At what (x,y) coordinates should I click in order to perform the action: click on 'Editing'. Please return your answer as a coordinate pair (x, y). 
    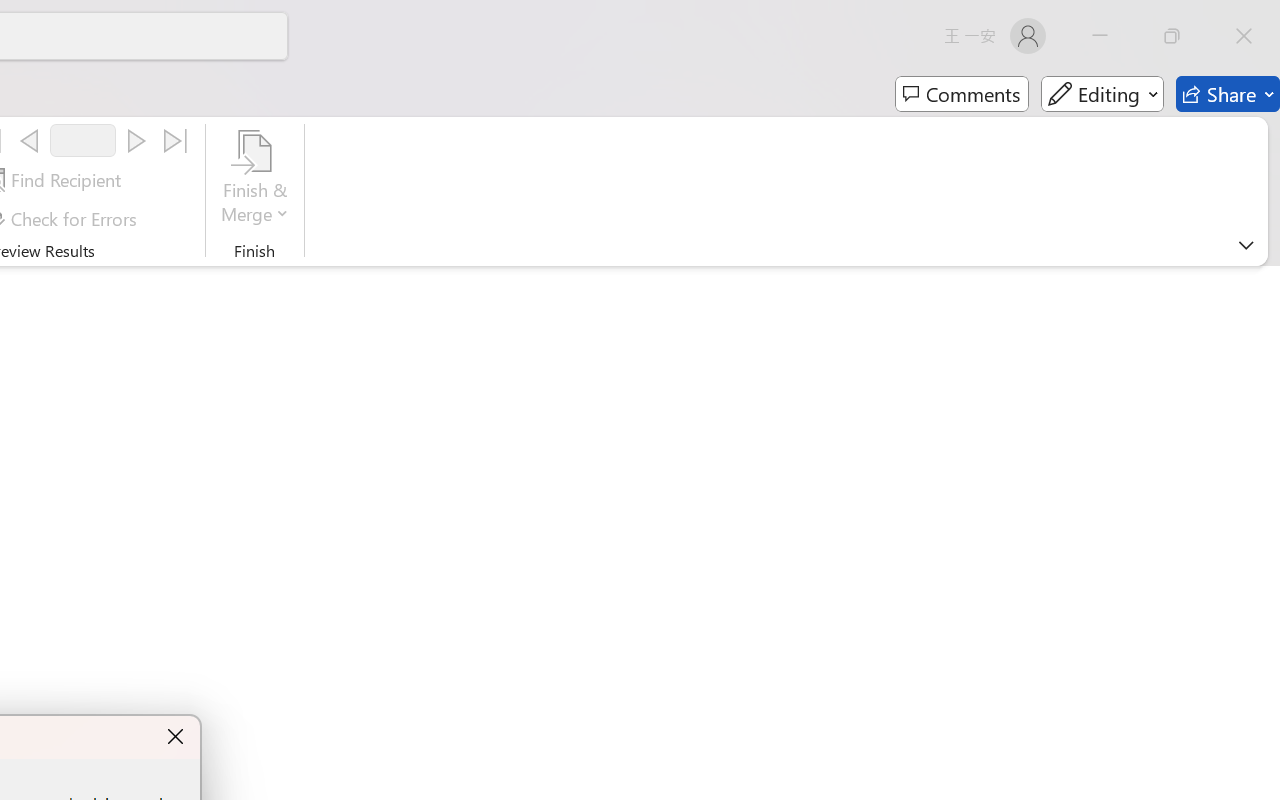
    Looking at the image, I should click on (1101, 94).